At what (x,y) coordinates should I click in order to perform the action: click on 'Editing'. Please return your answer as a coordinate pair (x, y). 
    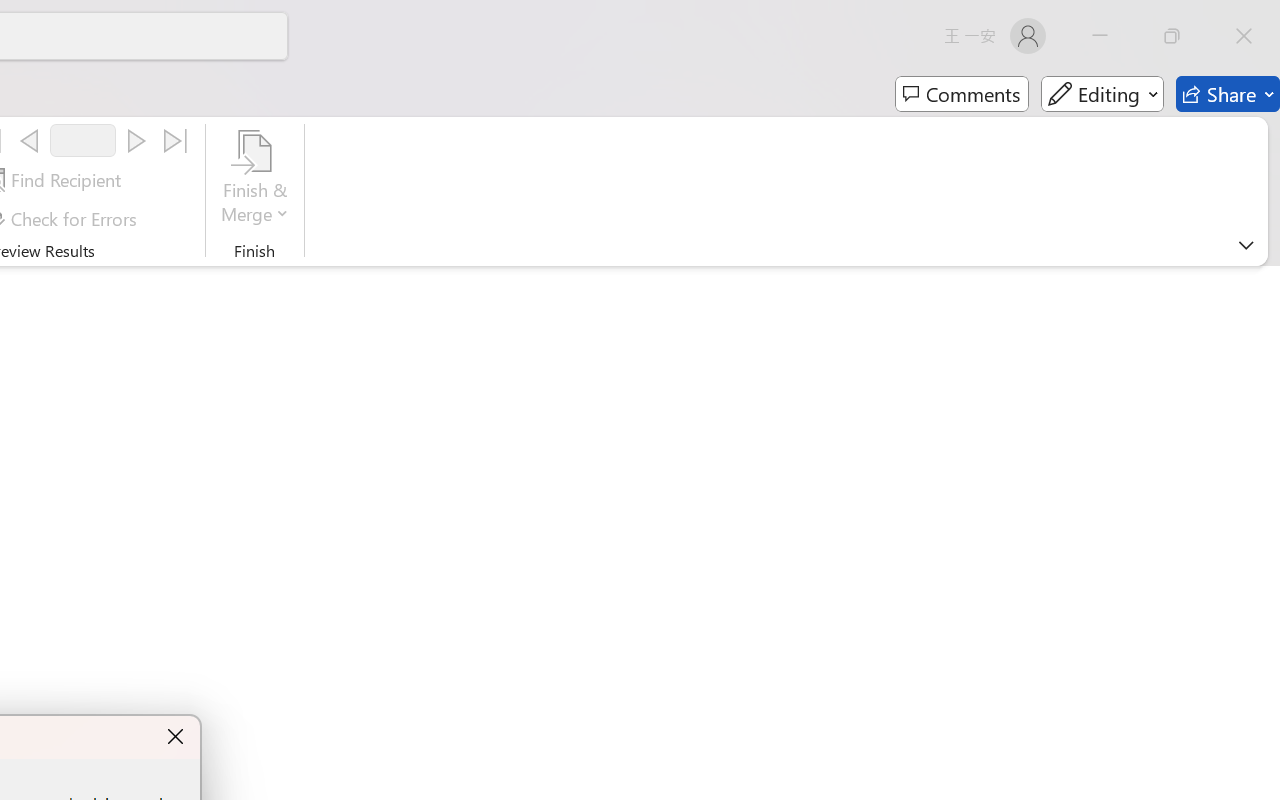
    Looking at the image, I should click on (1101, 94).